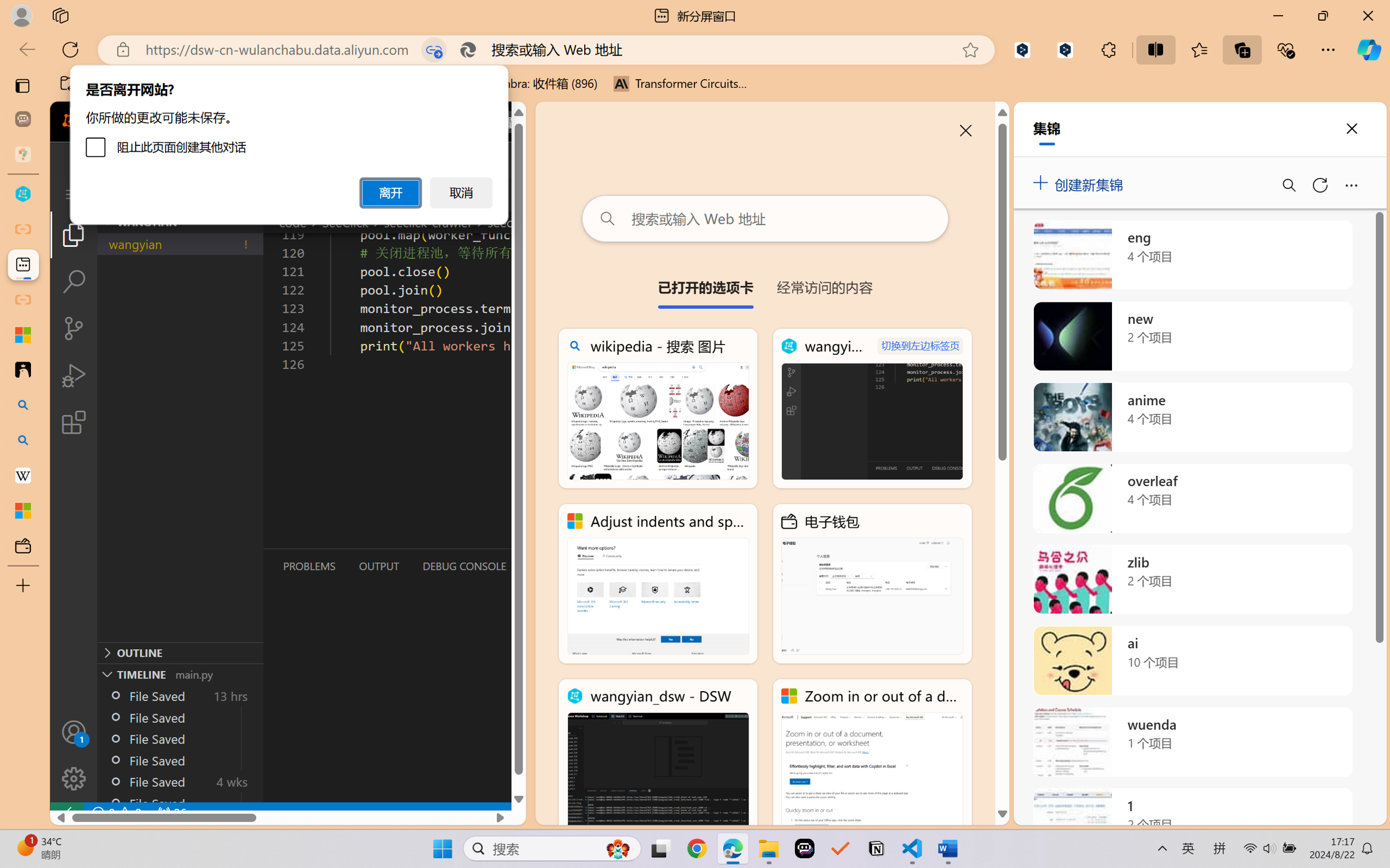  What do you see at coordinates (680, 83) in the screenshot?
I see `'Transformer Circuits Thread'` at bounding box center [680, 83].